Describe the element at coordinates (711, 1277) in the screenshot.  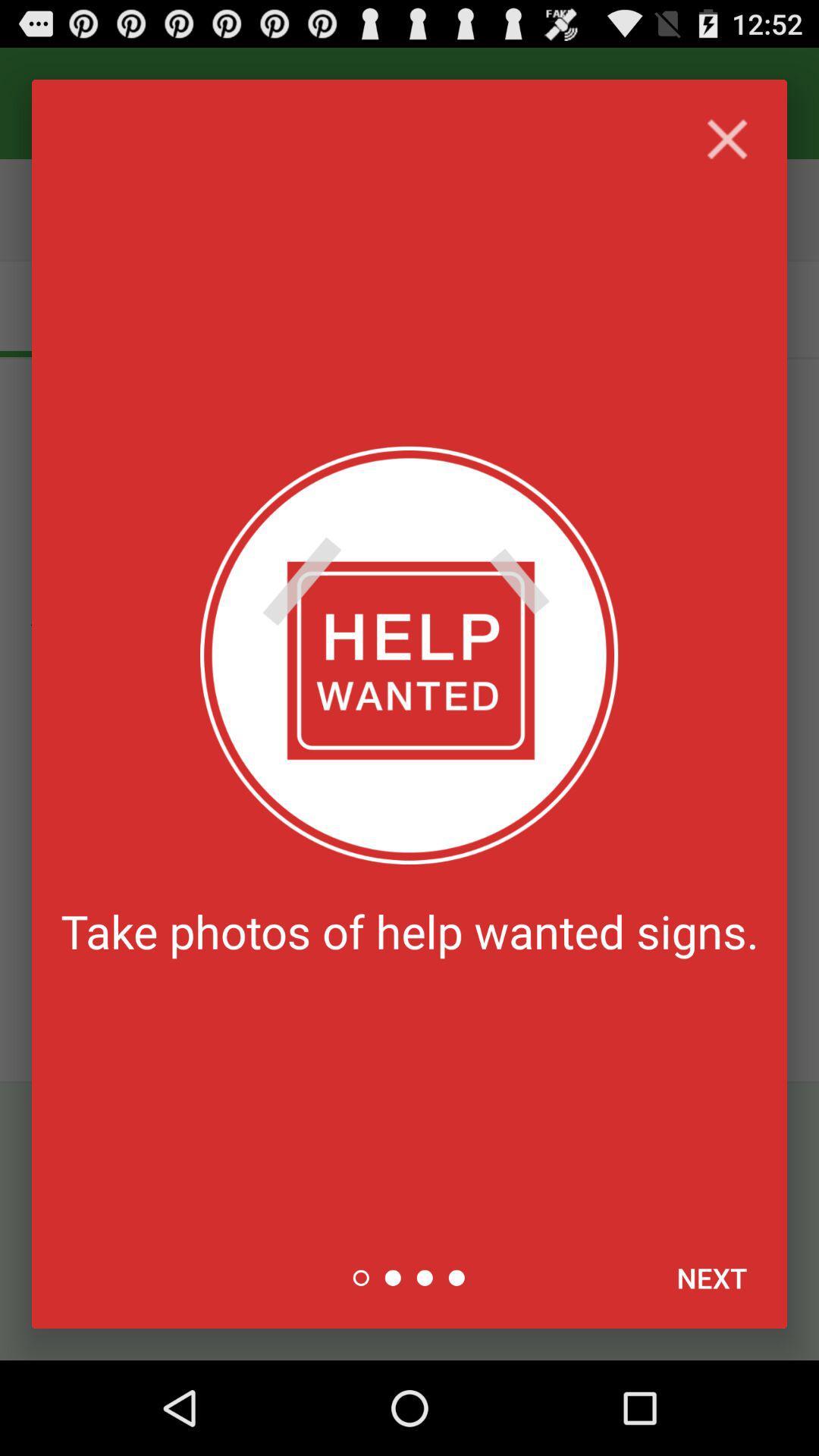
I see `the icon below take photos of icon` at that location.